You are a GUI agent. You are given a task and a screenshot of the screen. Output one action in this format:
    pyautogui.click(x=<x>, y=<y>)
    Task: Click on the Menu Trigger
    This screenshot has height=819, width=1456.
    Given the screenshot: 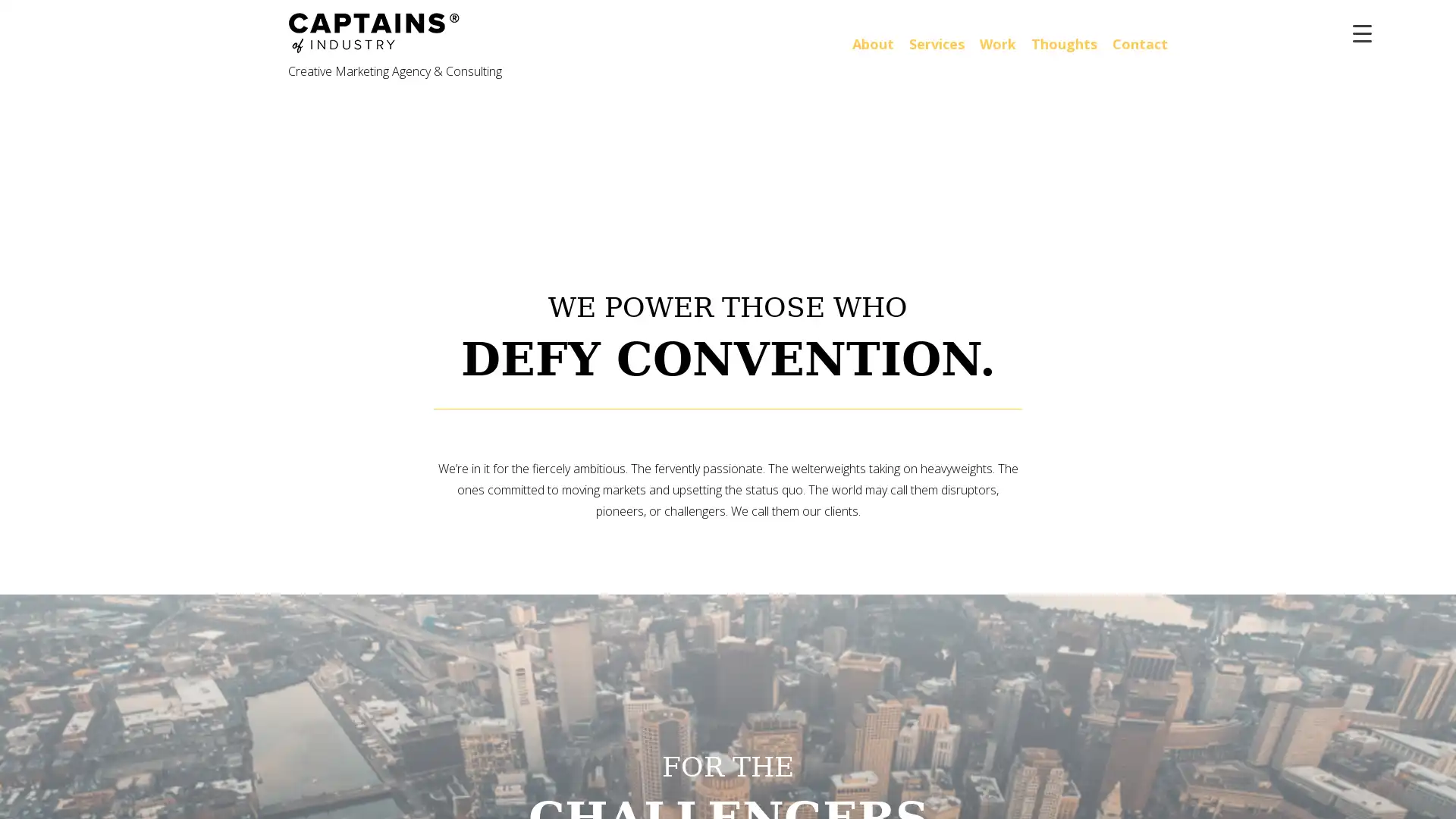 What is the action you would take?
    pyautogui.click(x=1362, y=32)
    